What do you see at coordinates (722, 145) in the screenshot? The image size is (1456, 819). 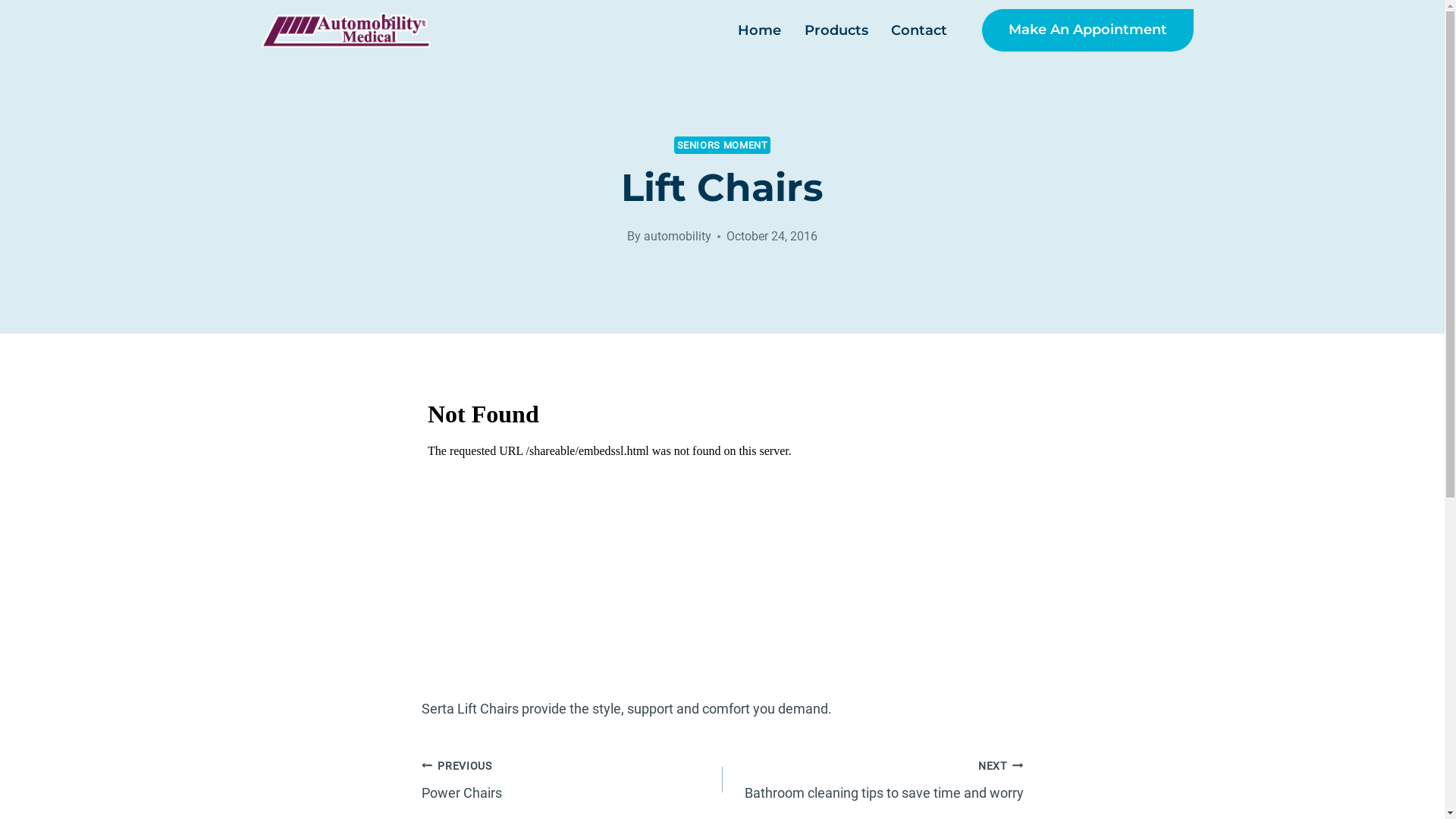 I see `'SENIORS MOMENT'` at bounding box center [722, 145].